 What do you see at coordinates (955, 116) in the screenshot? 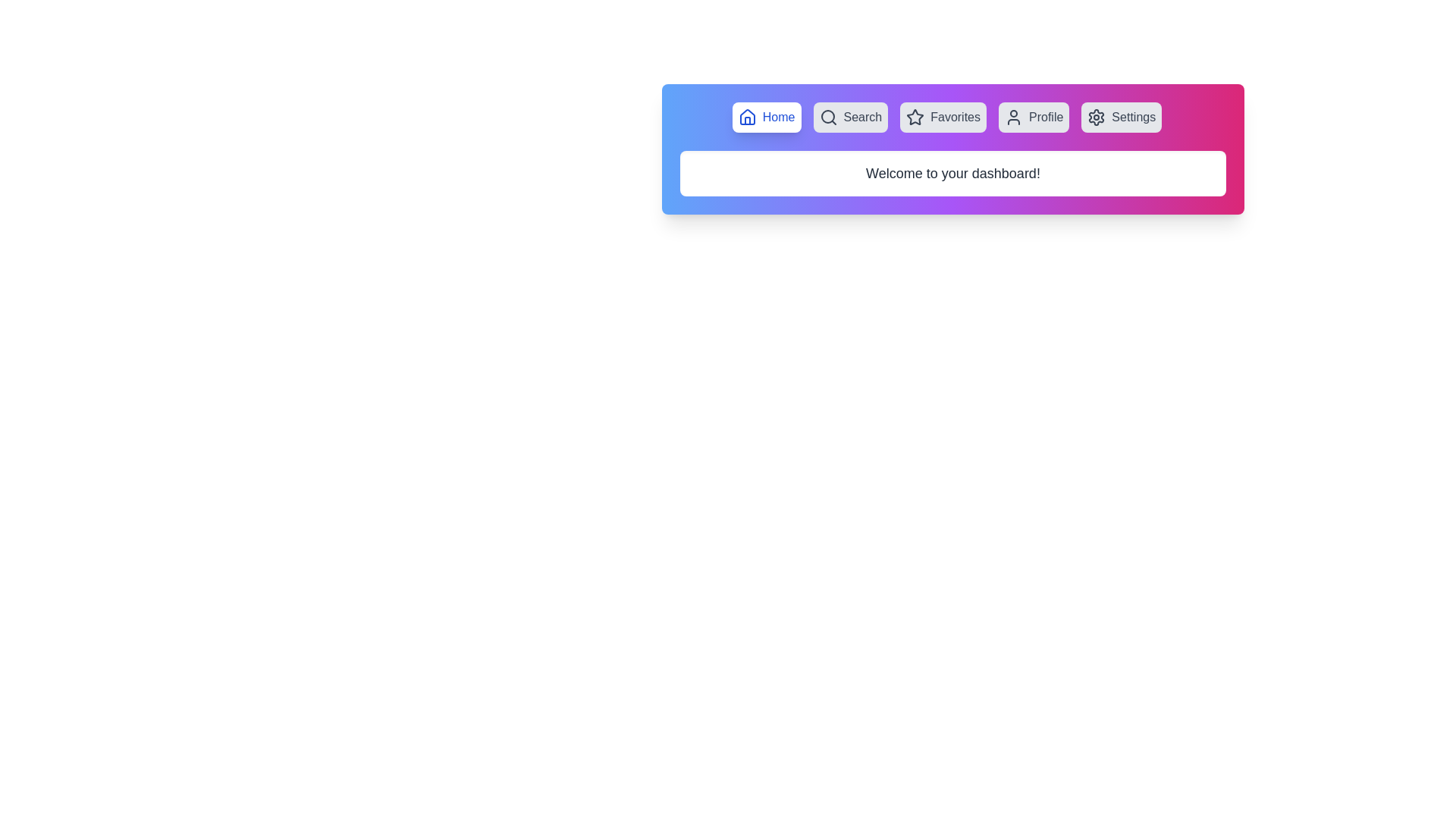
I see `the 'Favorites' text label in the navigation bar` at bounding box center [955, 116].